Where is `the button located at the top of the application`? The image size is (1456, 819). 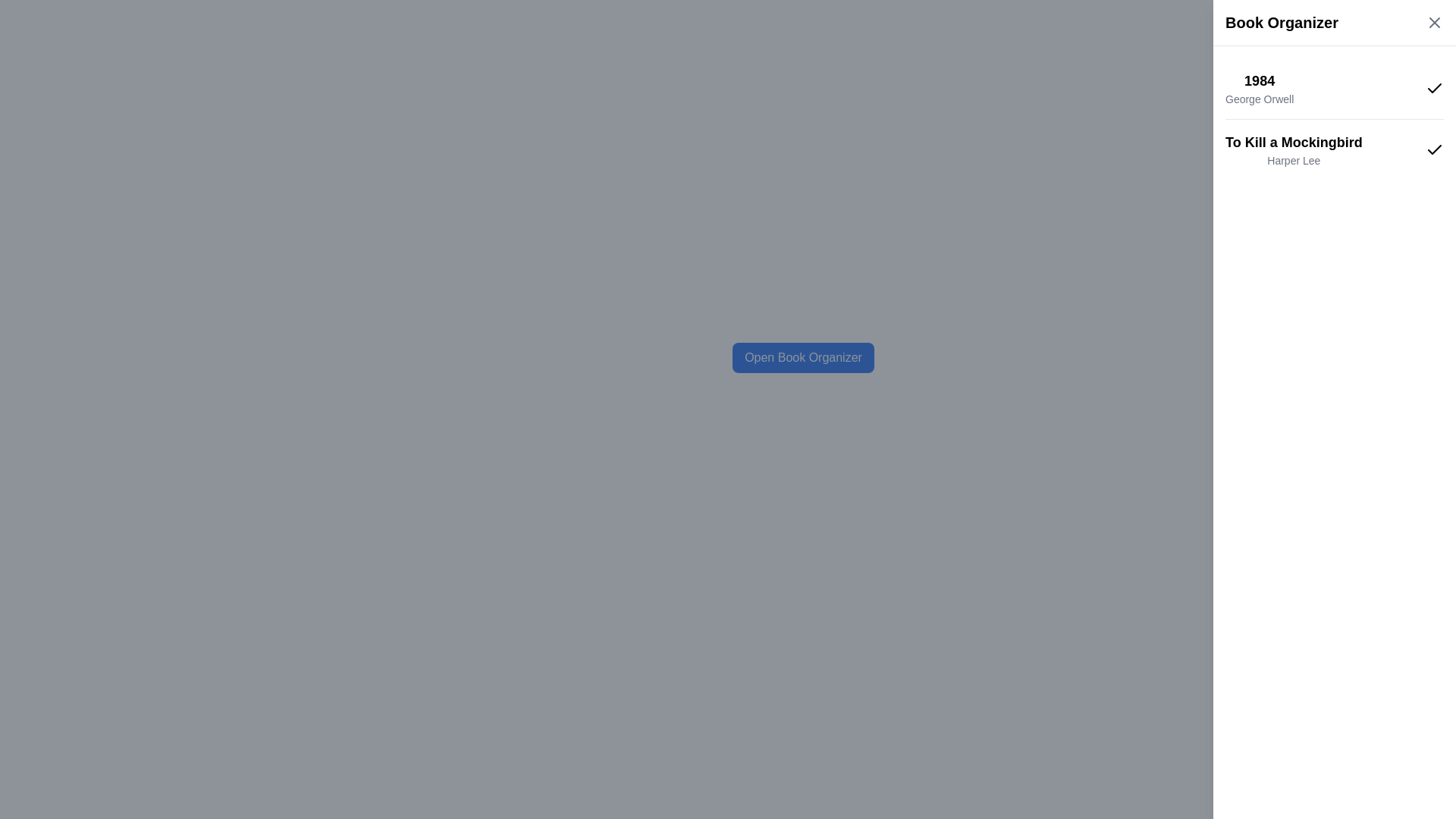
the button located at the top of the application is located at coordinates (802, 357).